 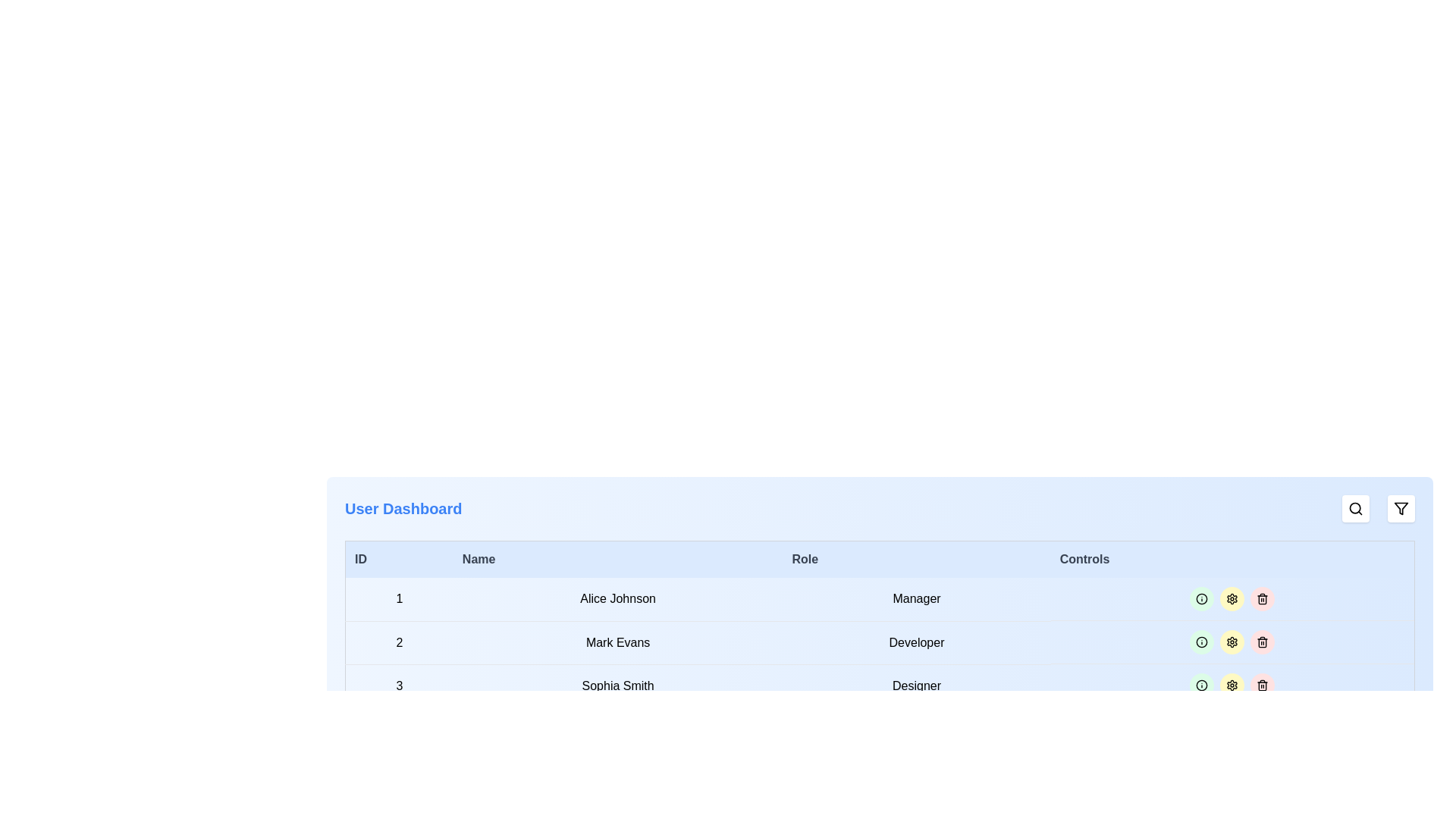 What do you see at coordinates (399, 598) in the screenshot?
I see `the 'ID' text element in the first row of the table corresponding to the user 'Alice Johnson'` at bounding box center [399, 598].